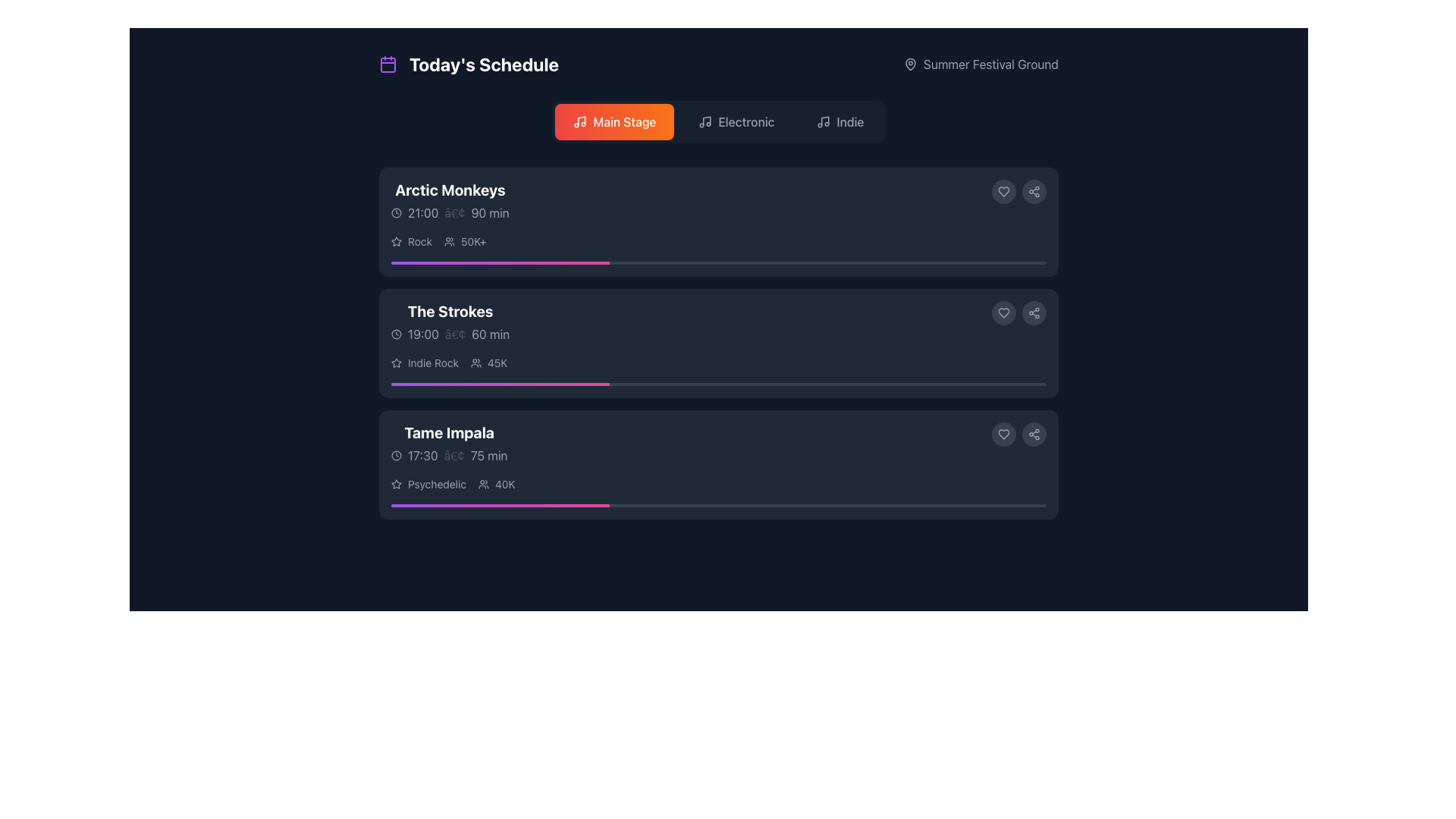 The height and width of the screenshot is (819, 1456). I want to click on the pin icon styled using the 'lucide' library, which is located adjacent to the text 'Summer Festival Ground' on the right side of the interface, so click(910, 63).